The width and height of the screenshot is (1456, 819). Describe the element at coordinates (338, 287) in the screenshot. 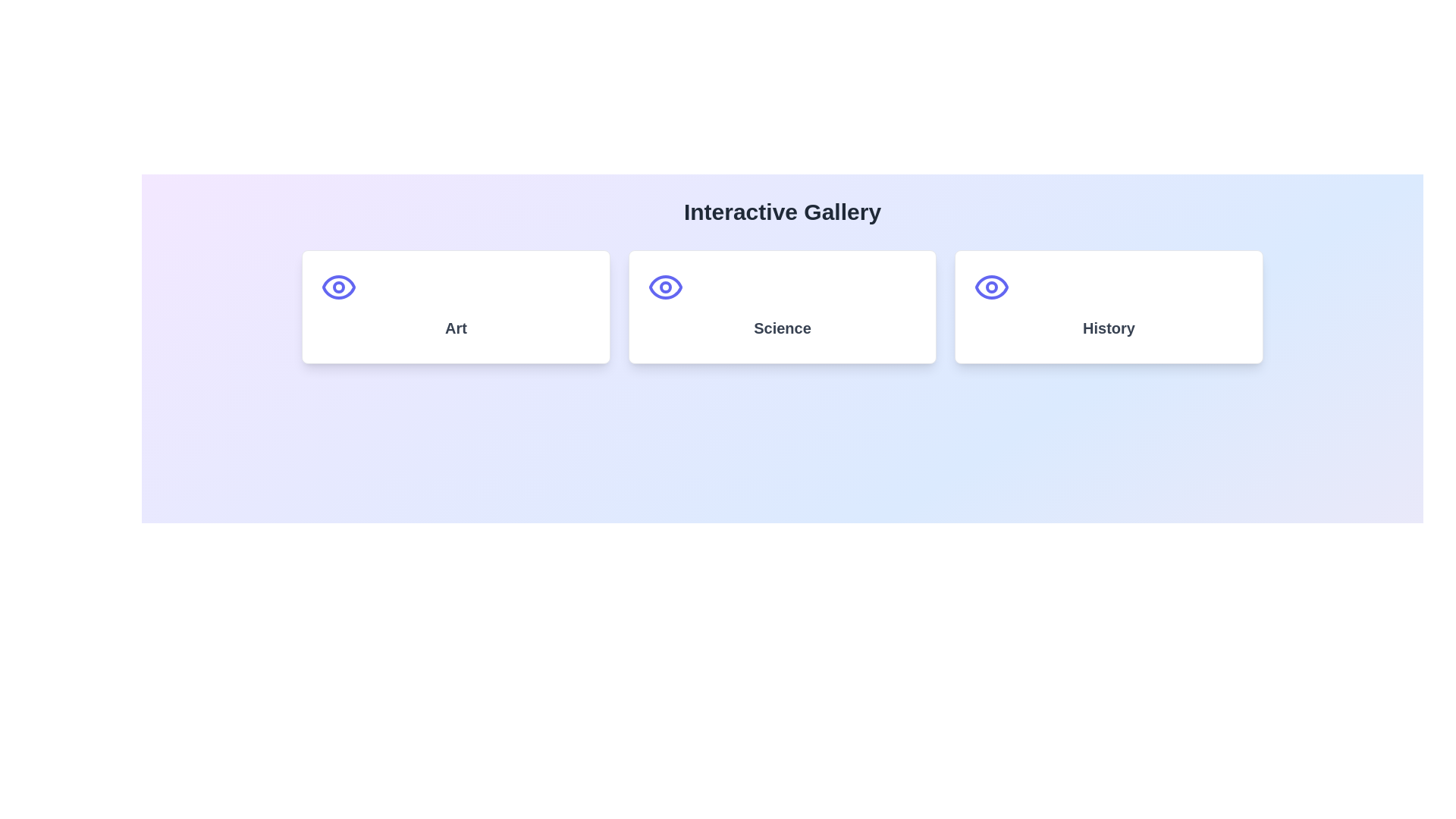

I see `the leftmost component of the eye icon, which is styled in light indigo and located above the 'Art' label in the first card of a horizontal row of three cards` at that location.